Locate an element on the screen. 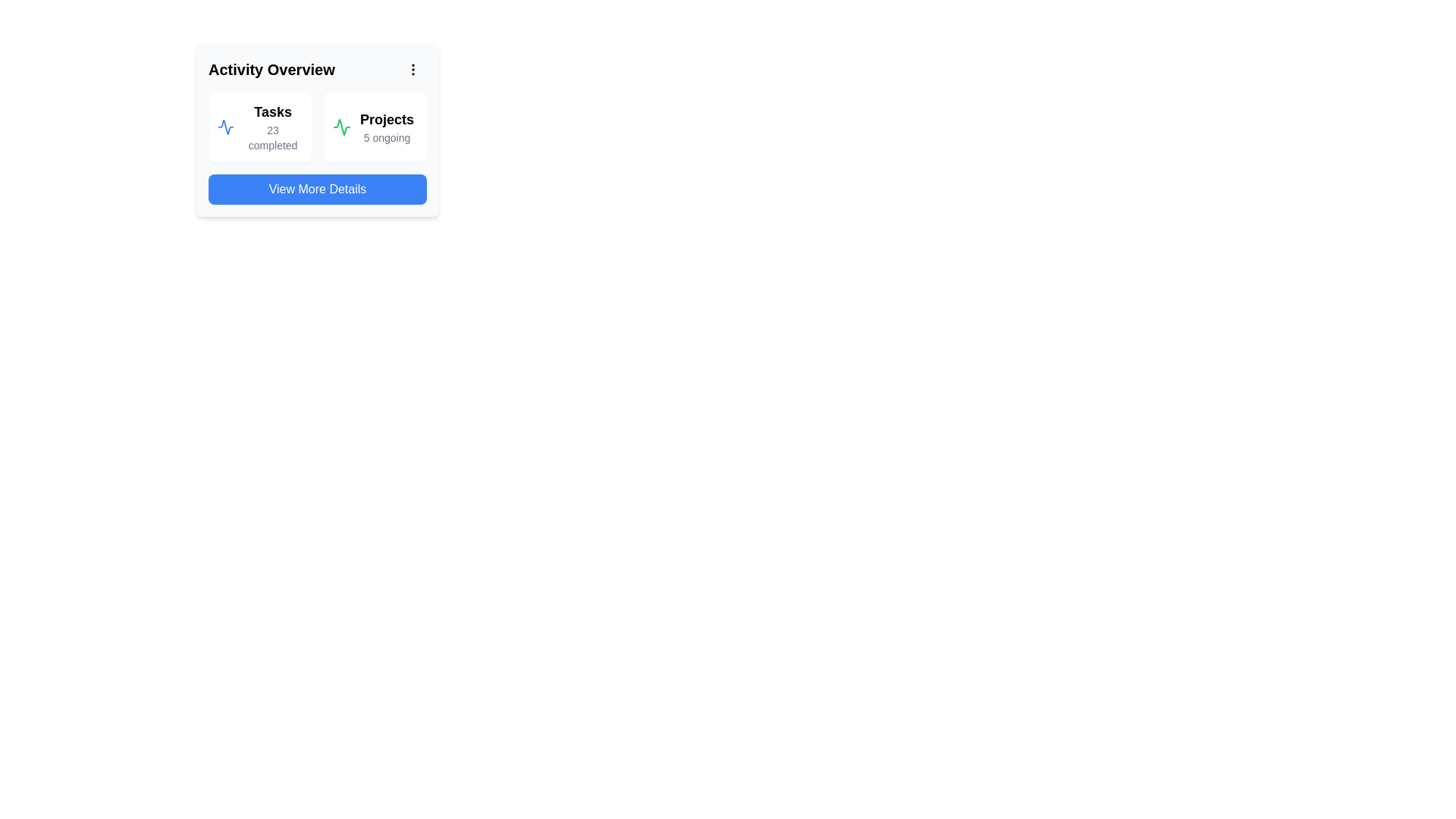  the 'Projects' text label, which is styled with a bold font and is located in the rightmost card of the 'Activity Overview' section, above the smaller text '5 ongoing' is located at coordinates (387, 119).